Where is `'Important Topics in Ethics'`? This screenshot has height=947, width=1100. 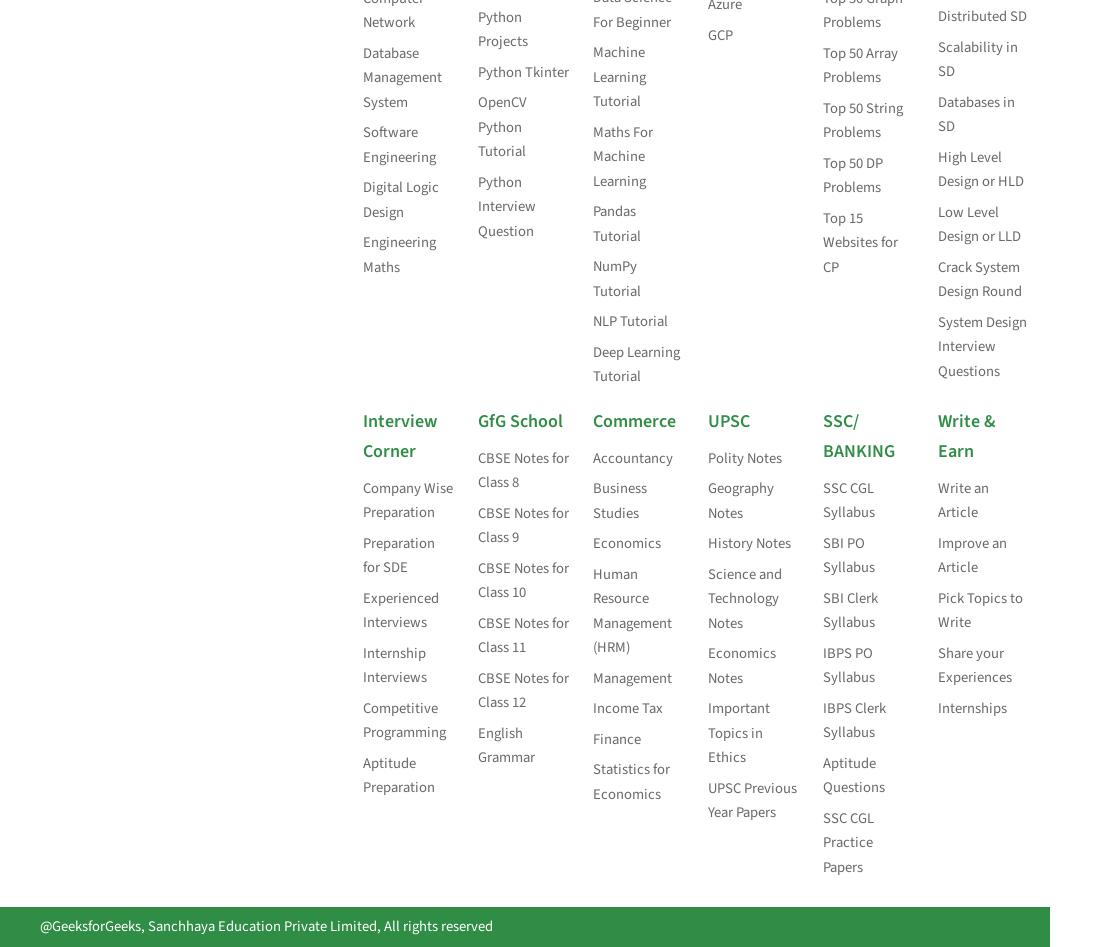 'Important Topics in Ethics' is located at coordinates (706, 731).